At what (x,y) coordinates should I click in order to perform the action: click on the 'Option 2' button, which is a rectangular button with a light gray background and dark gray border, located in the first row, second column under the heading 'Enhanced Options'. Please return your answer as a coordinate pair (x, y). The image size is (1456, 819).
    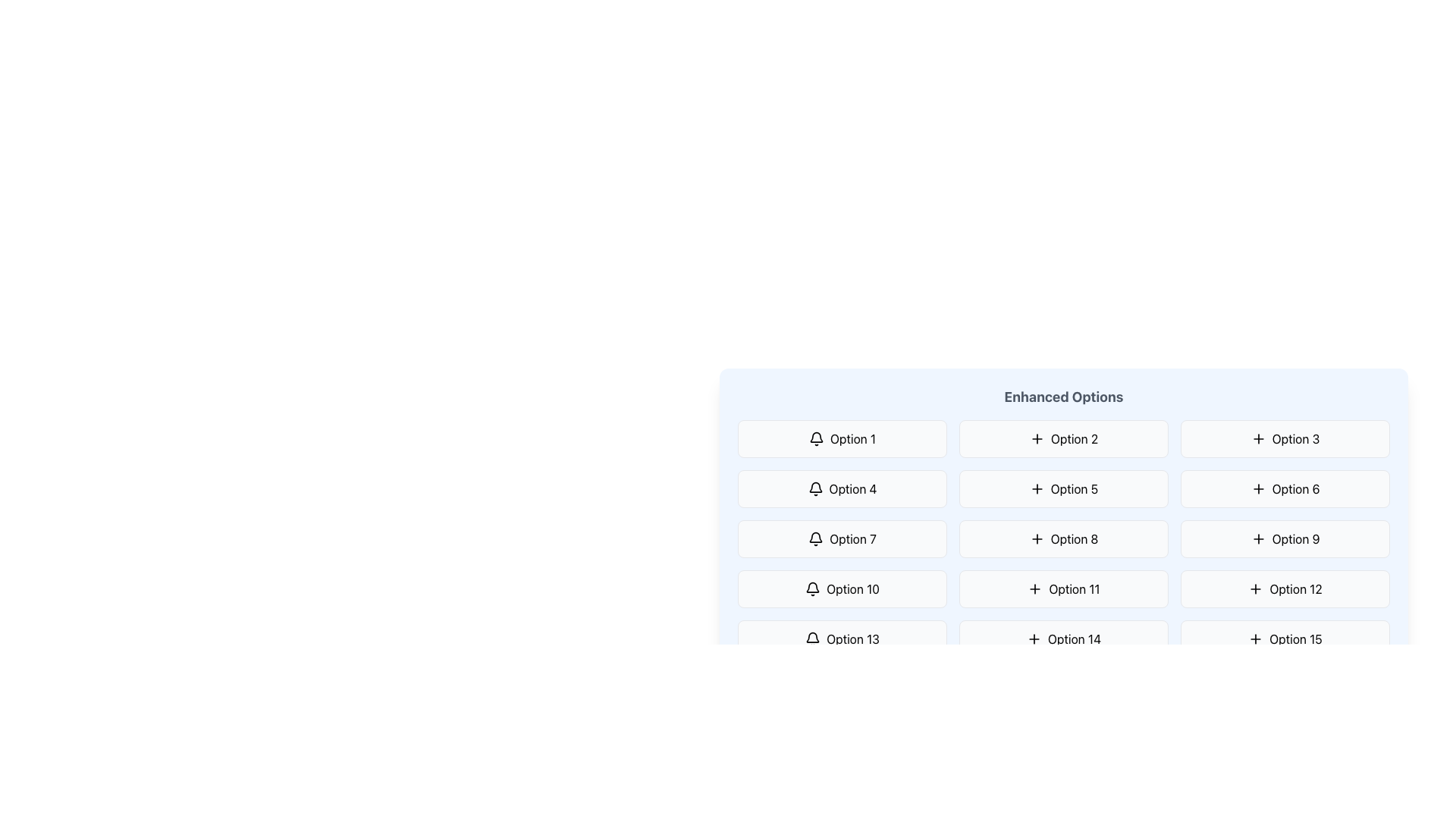
    Looking at the image, I should click on (1062, 438).